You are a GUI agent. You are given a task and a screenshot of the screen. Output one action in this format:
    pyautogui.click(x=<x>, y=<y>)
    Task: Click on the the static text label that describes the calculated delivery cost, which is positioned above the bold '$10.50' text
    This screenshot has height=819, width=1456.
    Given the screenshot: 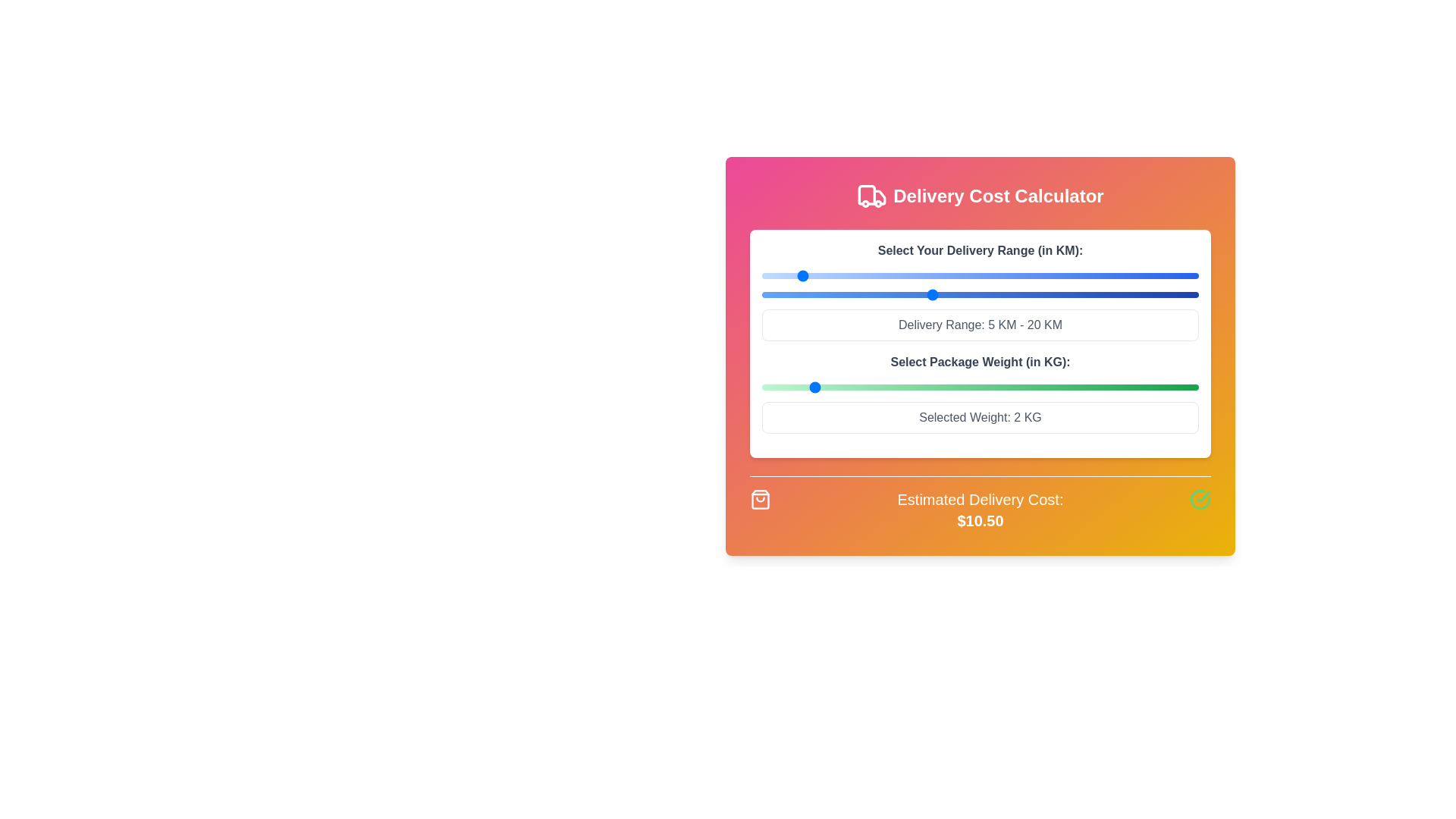 What is the action you would take?
    pyautogui.click(x=980, y=500)
    